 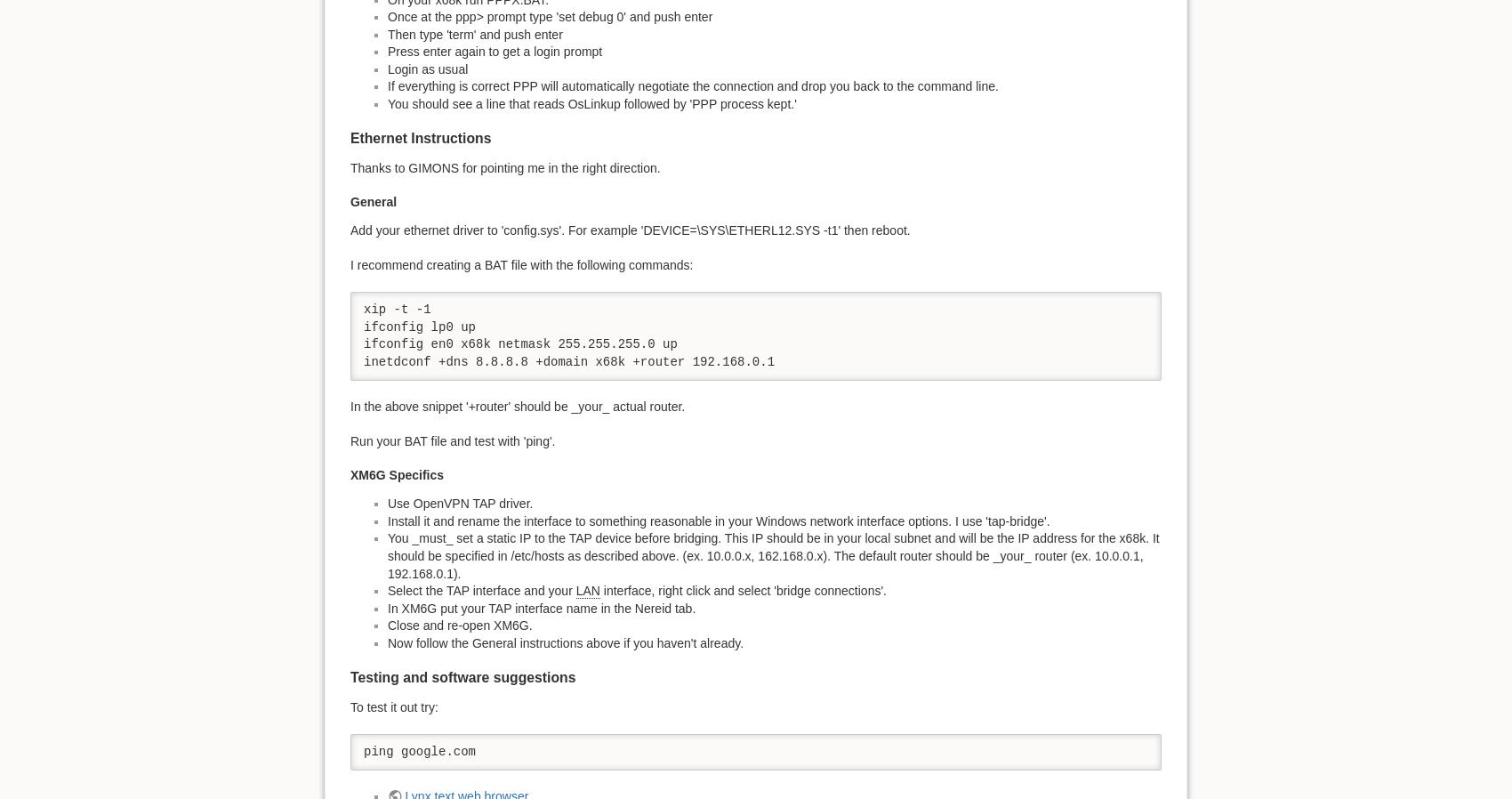 What do you see at coordinates (388, 103) in the screenshot?
I see `'You should see a line that reads OsLinkup followed by 'PPP process kept.''` at bounding box center [388, 103].